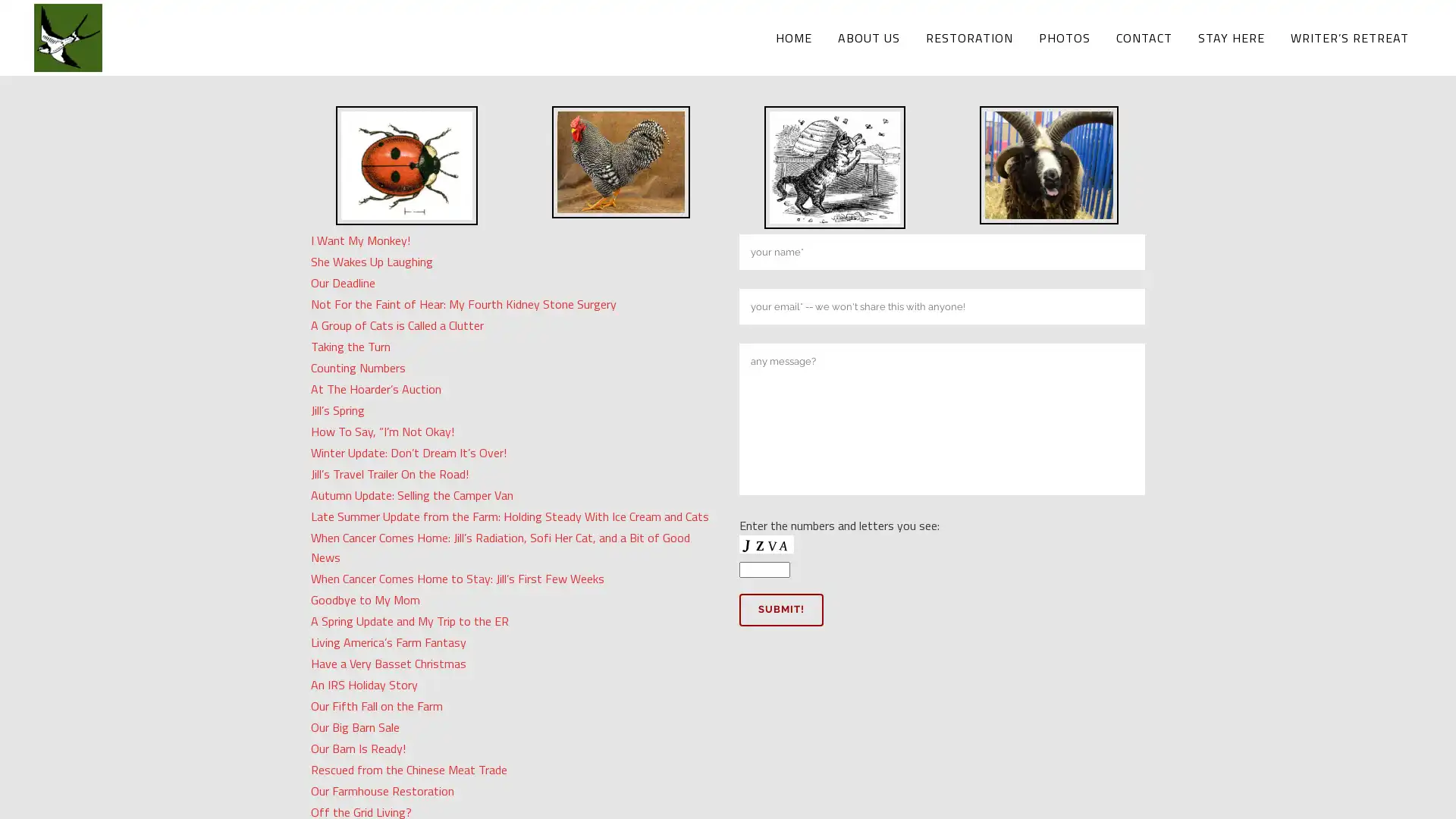 Image resolution: width=1456 pixels, height=819 pixels. What do you see at coordinates (781, 608) in the screenshot?
I see `Submit!` at bounding box center [781, 608].